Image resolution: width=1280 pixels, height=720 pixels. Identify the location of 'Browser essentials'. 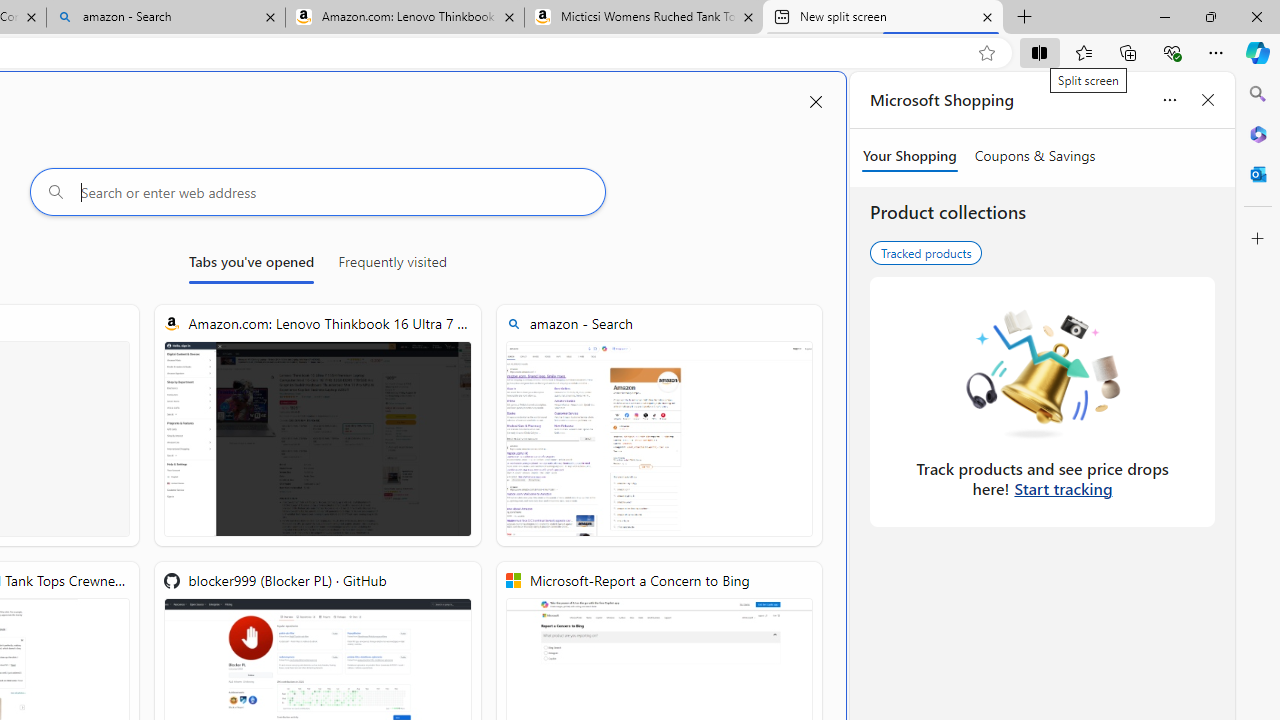
(1171, 51).